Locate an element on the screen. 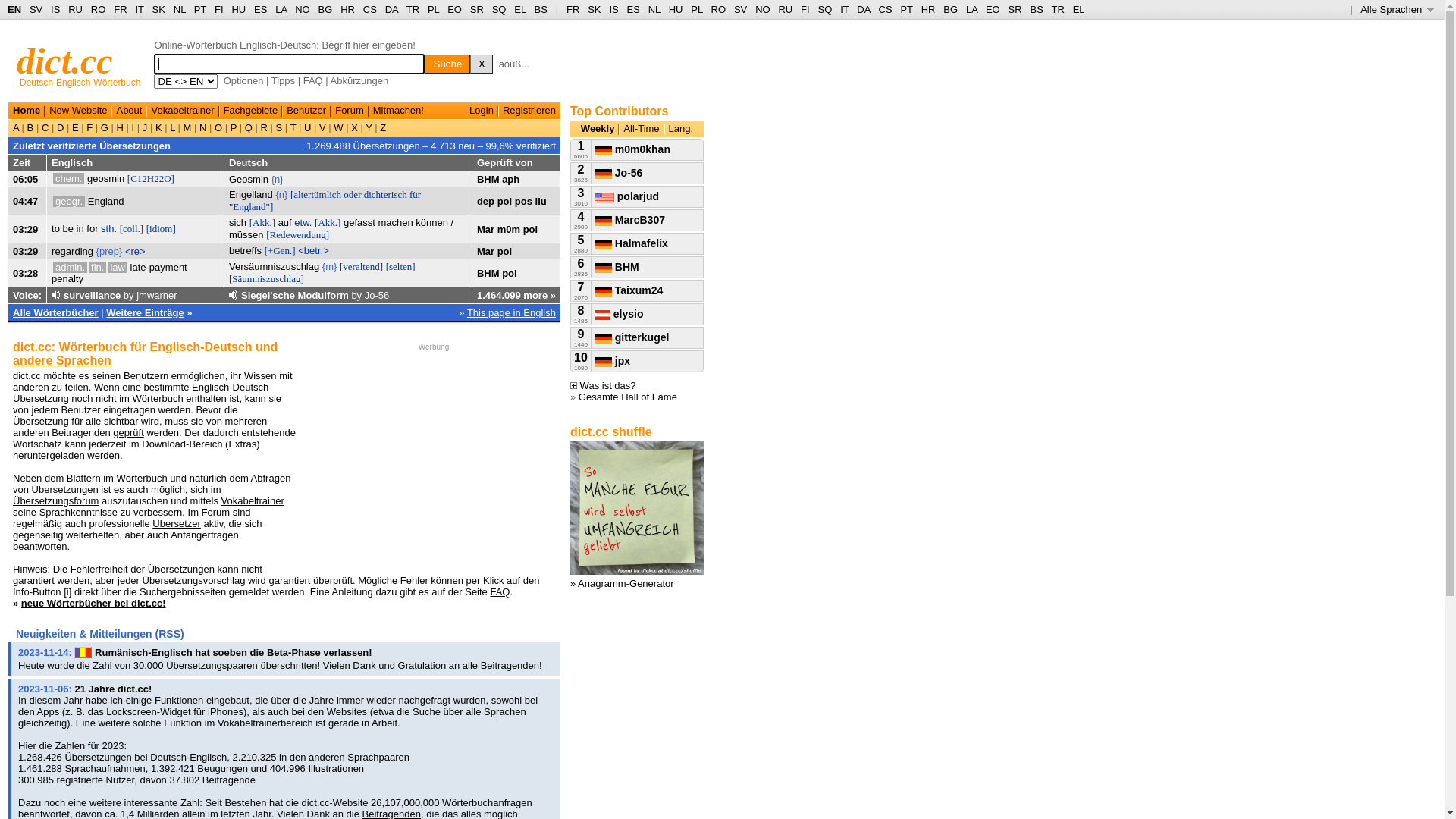 This screenshot has width=1456, height=819. 'elysio' is located at coordinates (595, 312).